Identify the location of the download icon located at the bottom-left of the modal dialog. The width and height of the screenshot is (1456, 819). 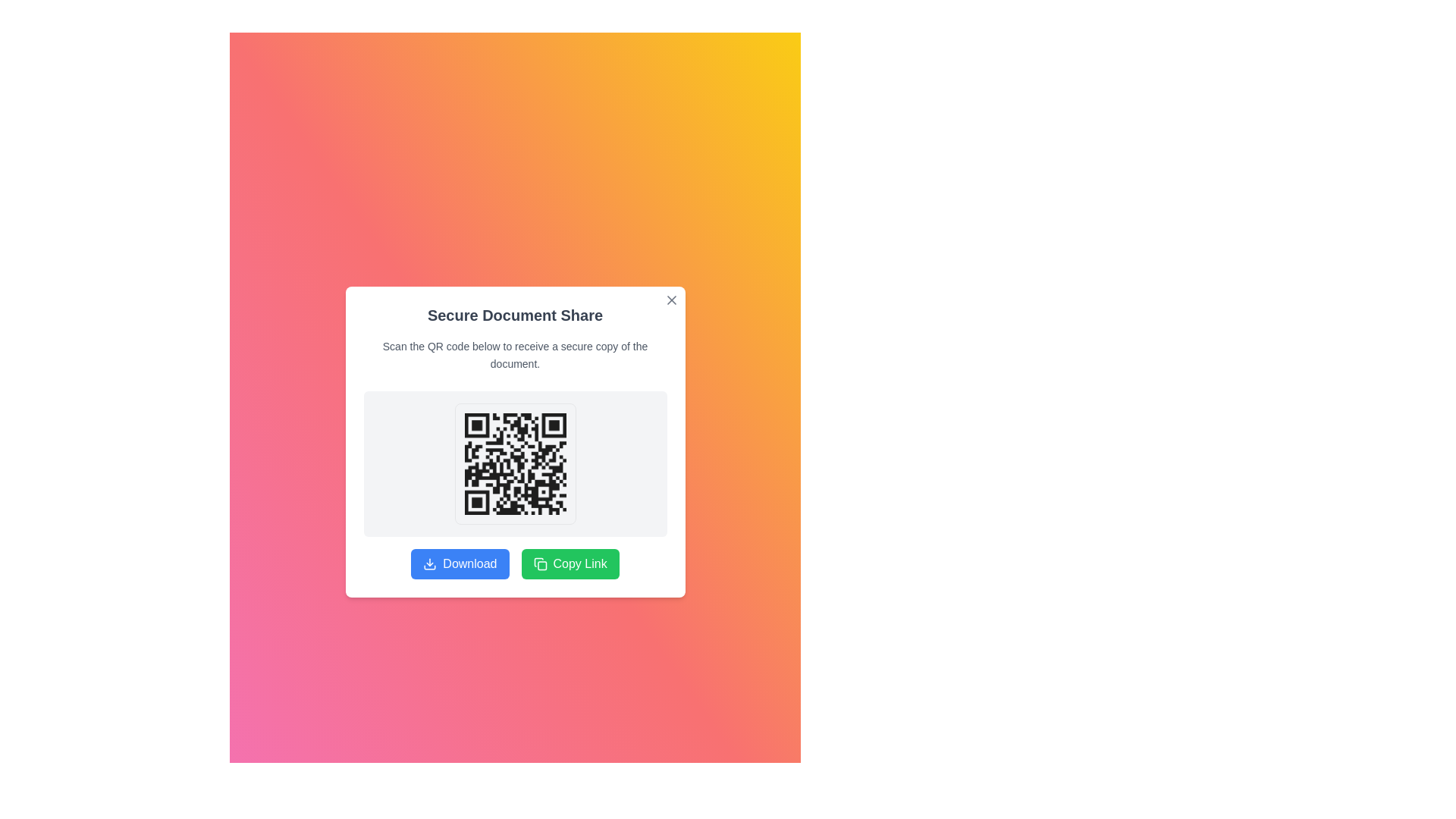
(429, 563).